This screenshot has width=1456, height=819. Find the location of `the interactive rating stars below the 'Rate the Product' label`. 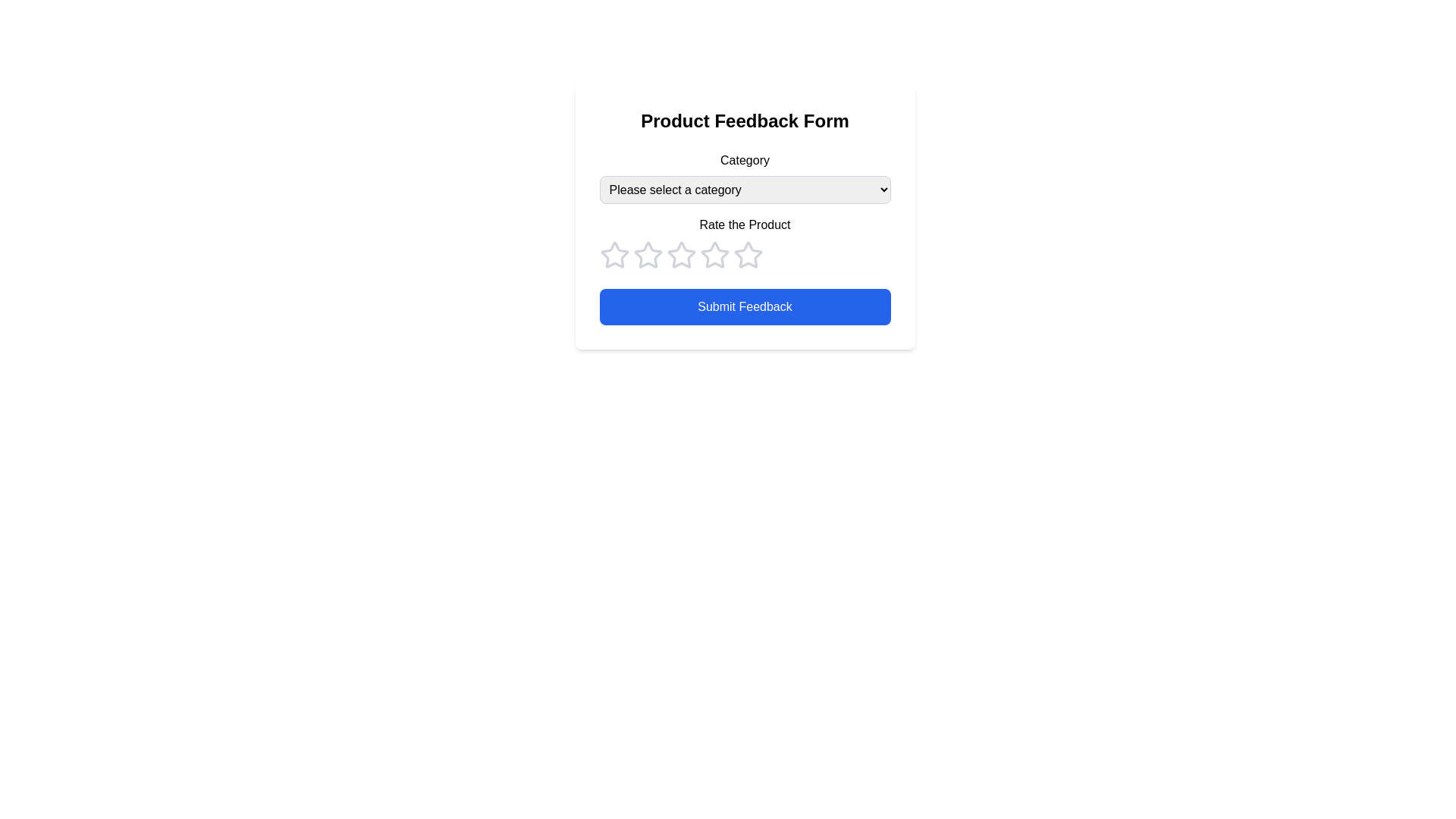

the interactive rating stars below the 'Rate the Product' label is located at coordinates (745, 242).